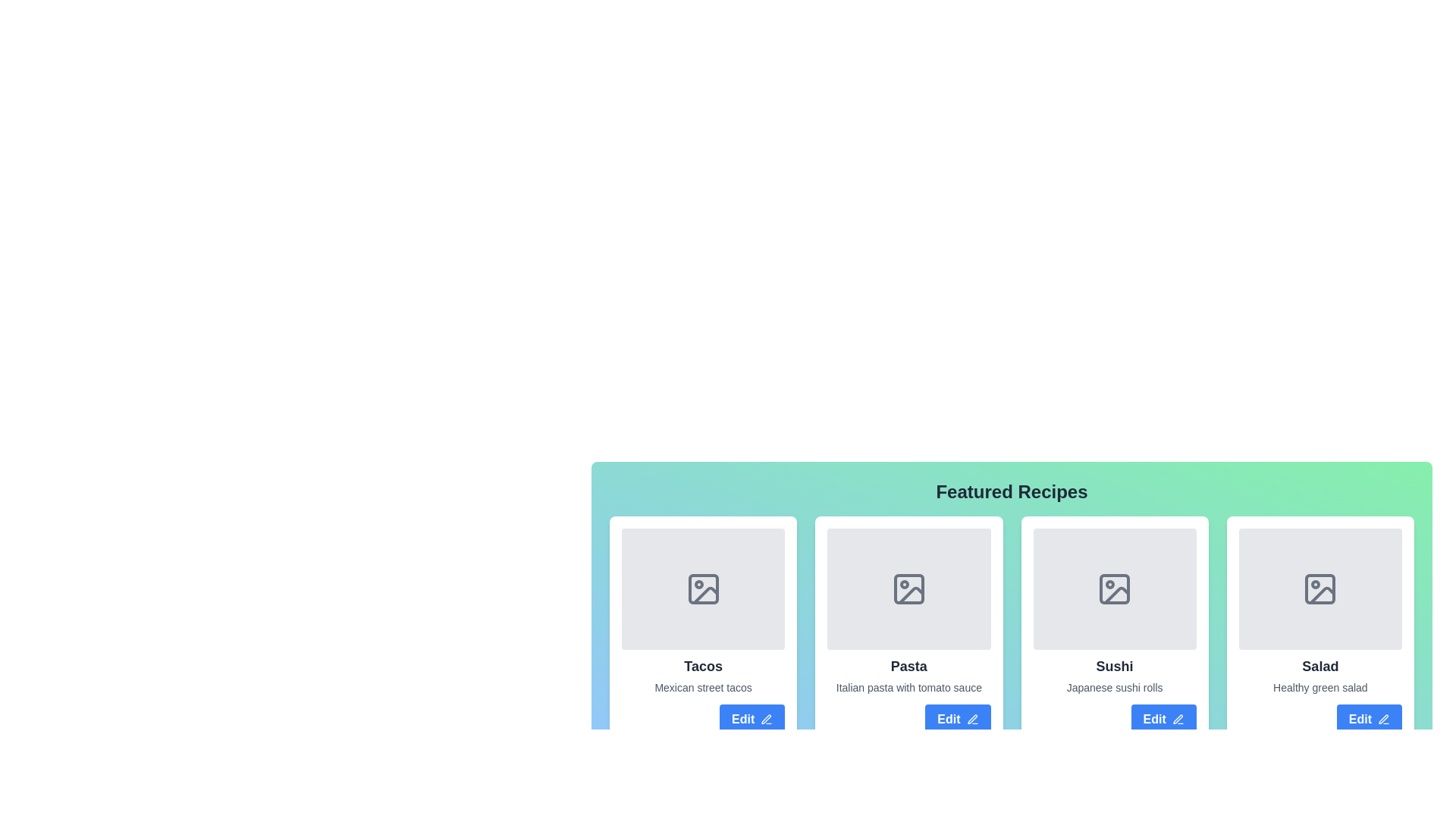 Image resolution: width=1456 pixels, height=819 pixels. Describe the element at coordinates (1319, 666) in the screenshot. I see `text label 'Salad' which is styled in bold and located within the fourth card of the 'Featured Recipes' section, positioned above the description 'Healthy green salad'` at that location.